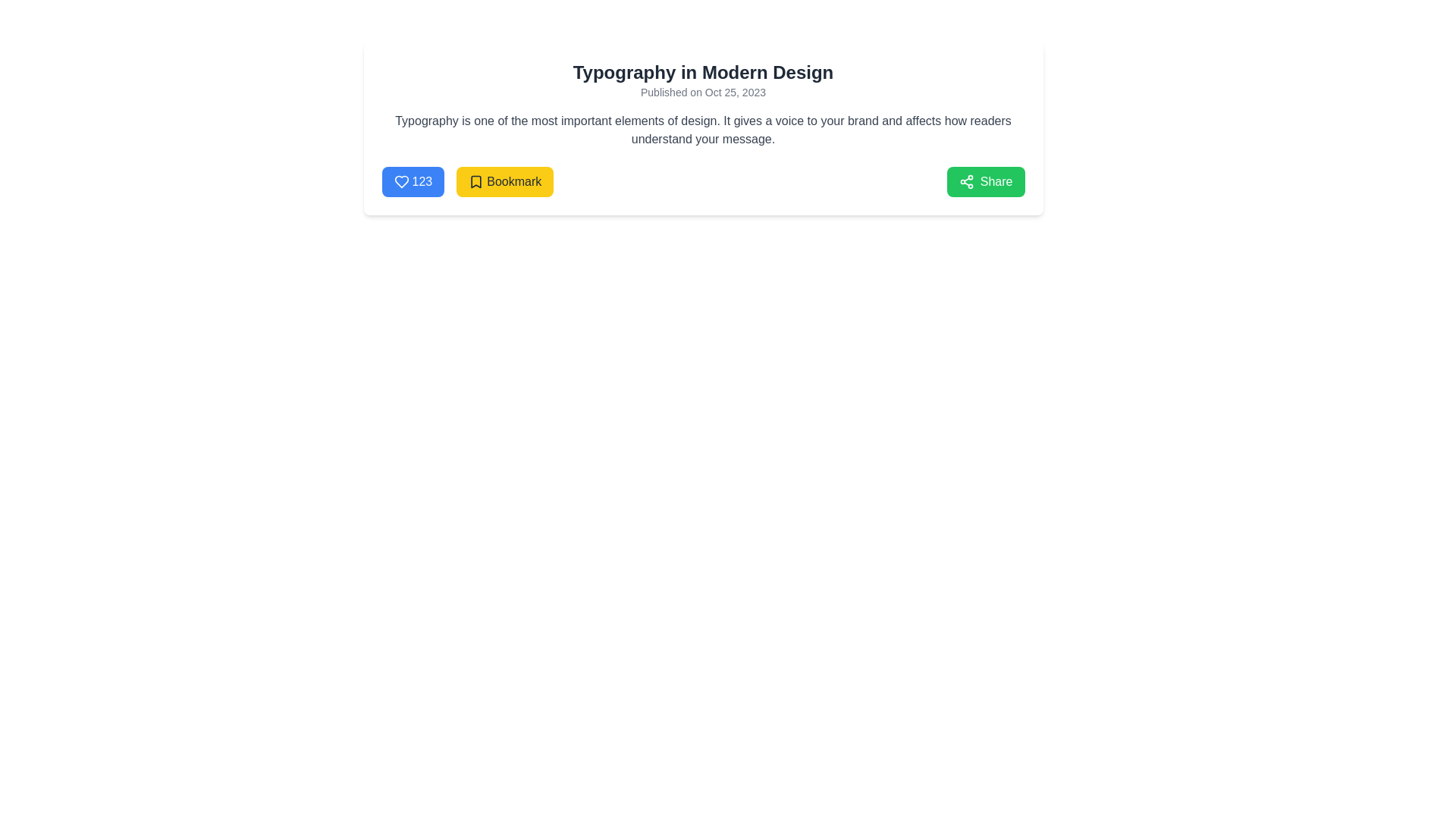 The width and height of the screenshot is (1456, 819). Describe the element at coordinates (475, 180) in the screenshot. I see `the bookmark-shaped icon with a vibrant yellow background located in the toolbar below the title 'Typography in Modern Design'` at that location.